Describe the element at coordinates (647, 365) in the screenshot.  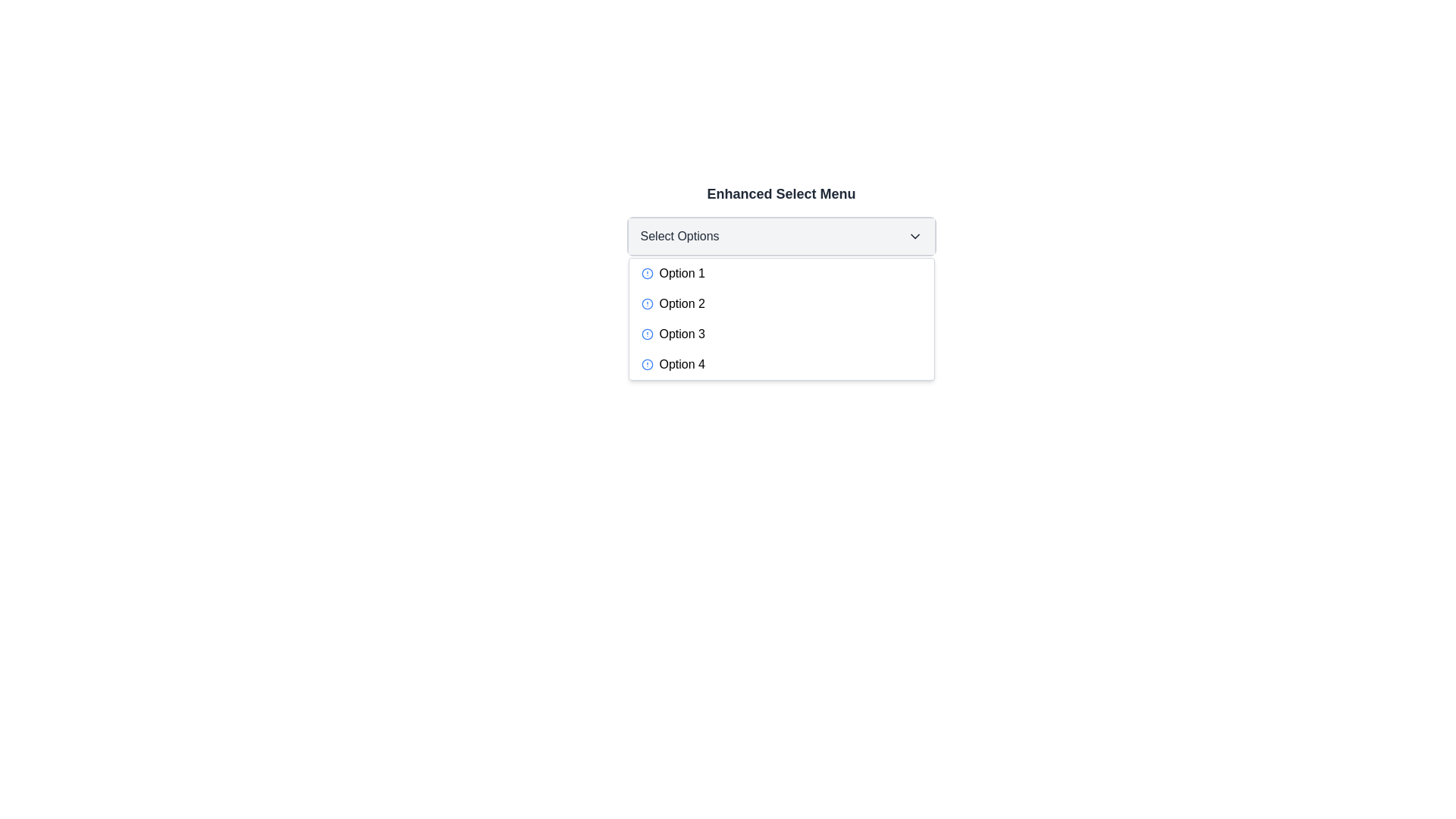
I see `the blue circular SVG icon located to the left of the text 'Option 4' in the fourth option of the 'Enhanced Select Menu' dropdown` at that location.